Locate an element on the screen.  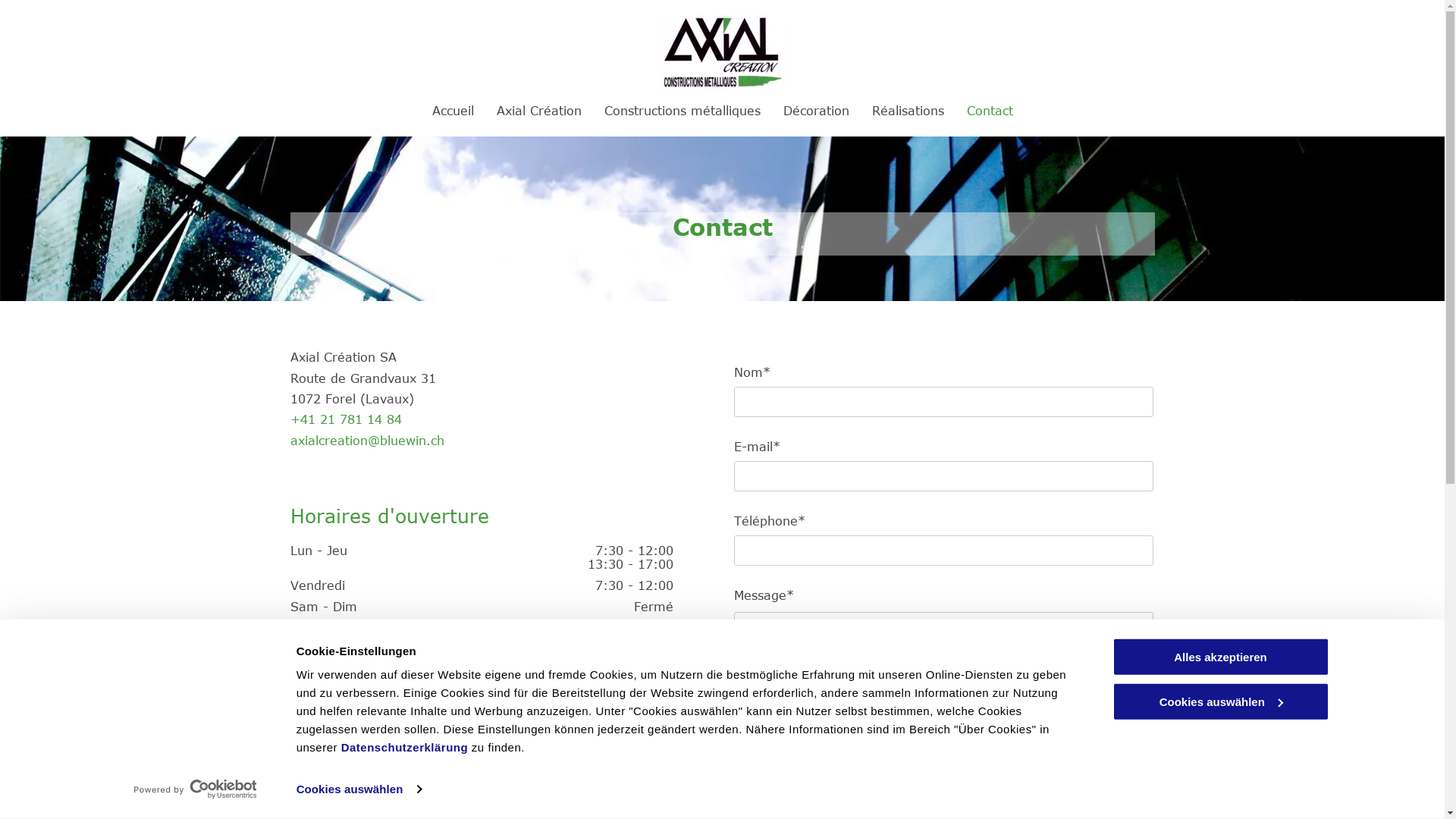
'+41 21 781 14 84' is located at coordinates (344, 419).